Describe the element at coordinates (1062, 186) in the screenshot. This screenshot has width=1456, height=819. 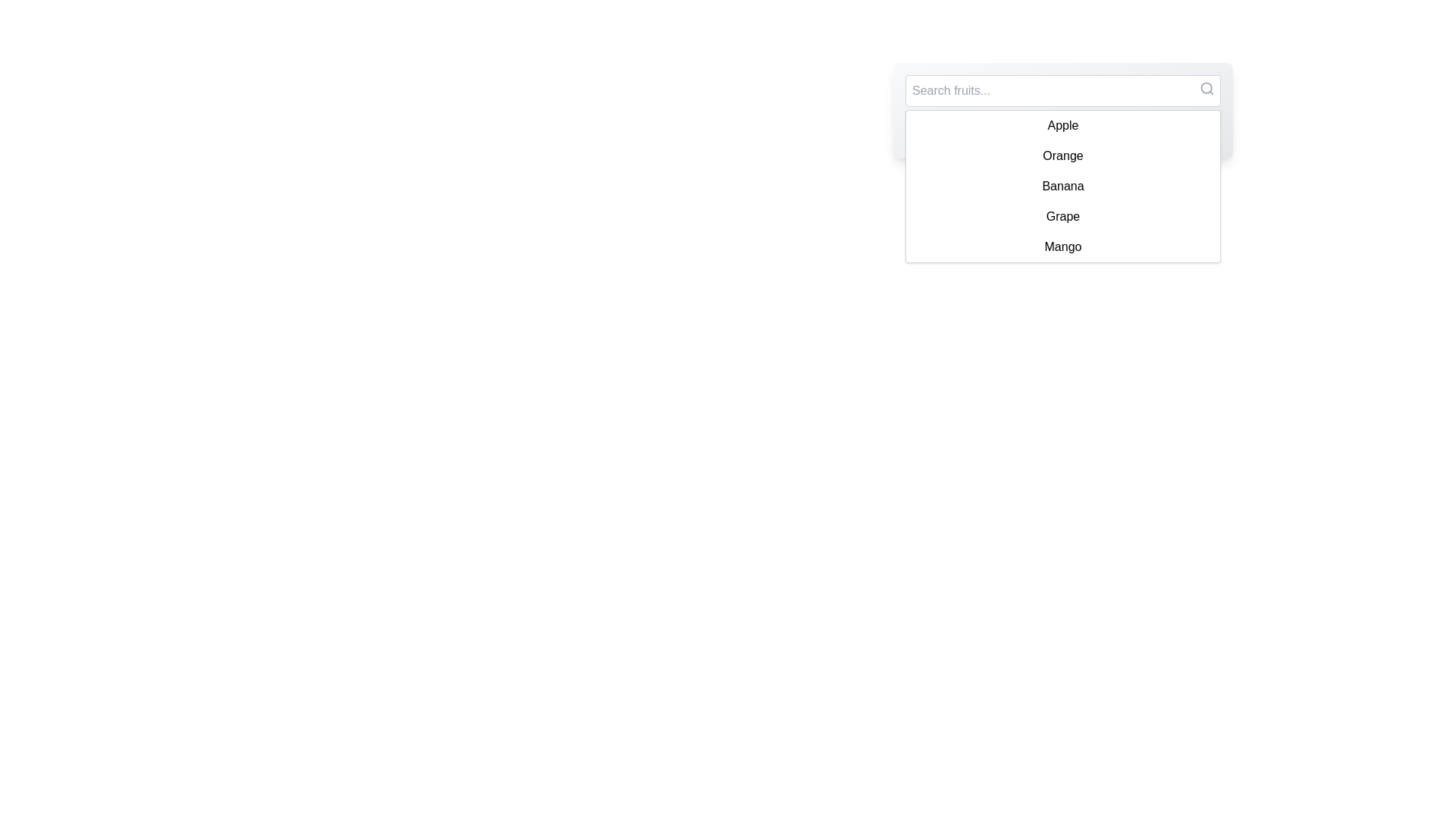
I see `the third item in the dropdown menu labeled 'Banana'` at that location.